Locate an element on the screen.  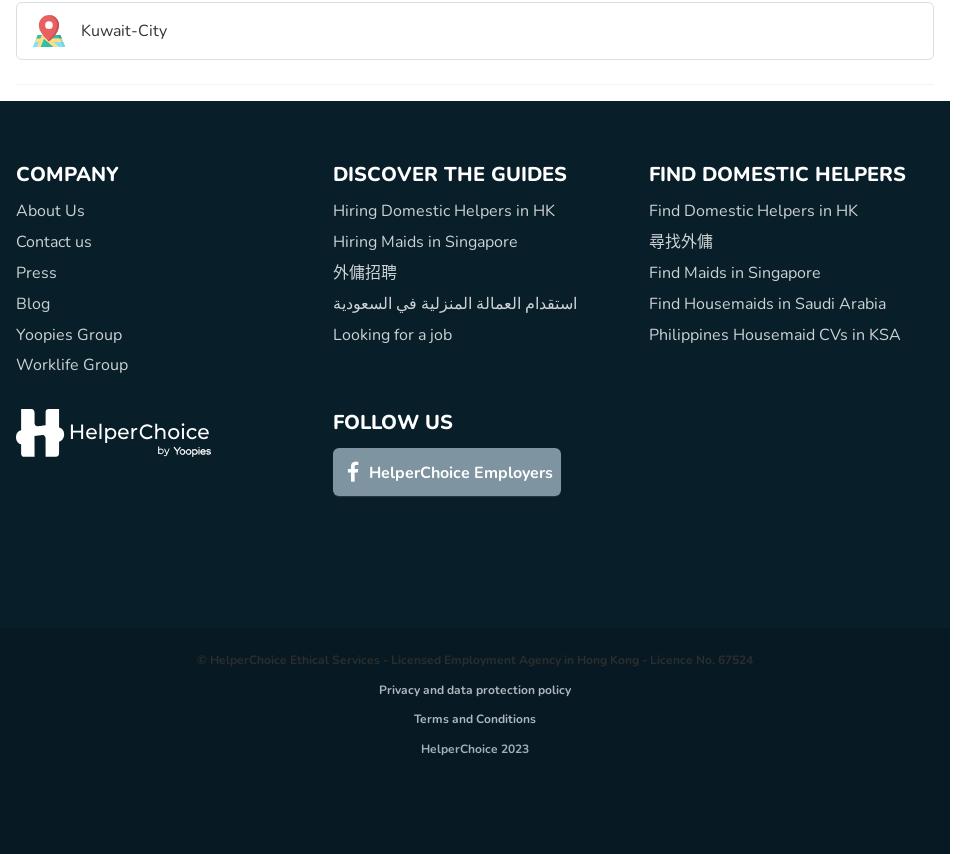
'Privacy and data protection policy' is located at coordinates (474, 688).